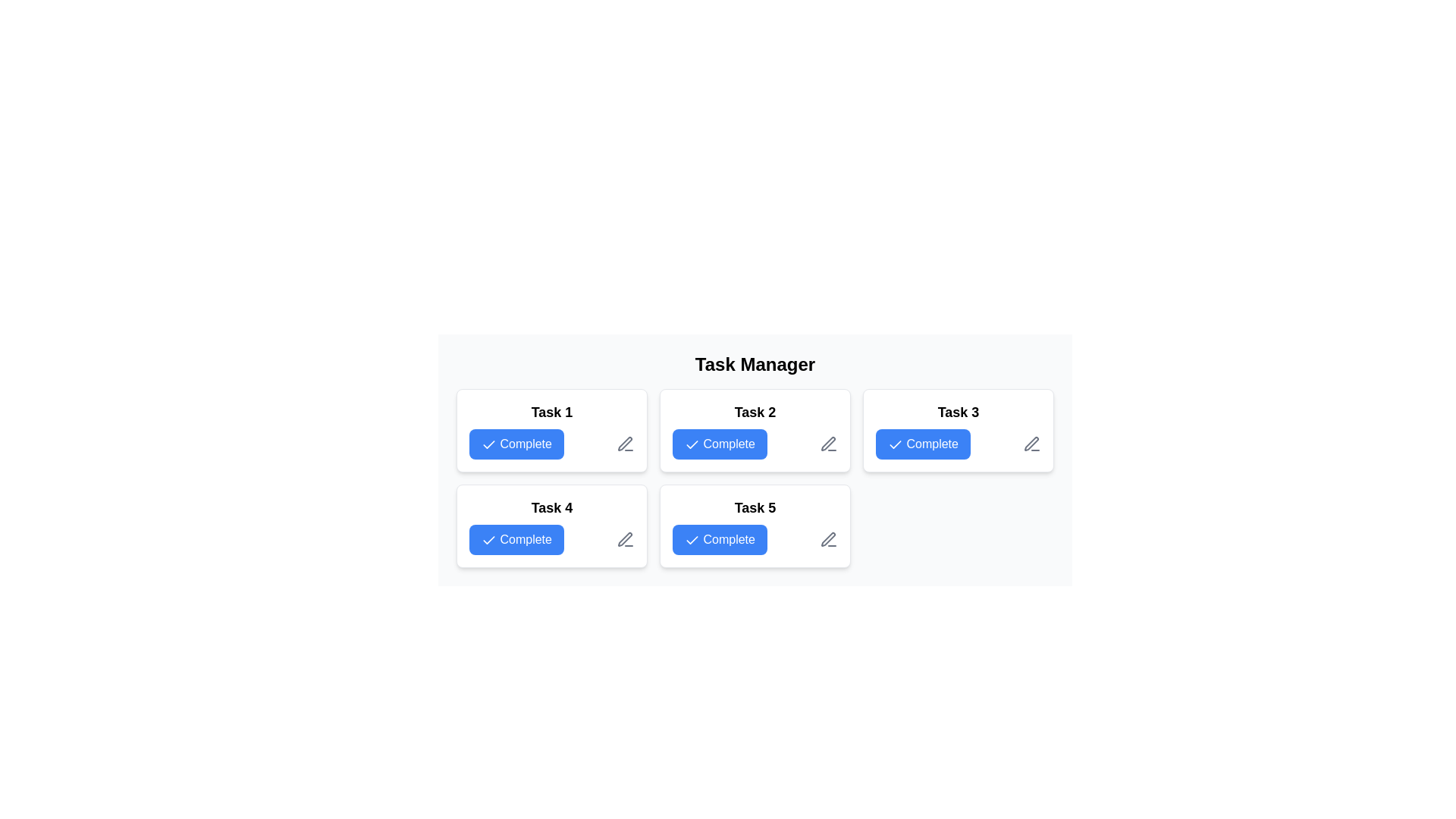 The height and width of the screenshot is (819, 1456). Describe the element at coordinates (625, 538) in the screenshot. I see `the pen or pencil icon button located in the bottom-right corner of the 'Task 5' card in the Task Manager grid` at that location.